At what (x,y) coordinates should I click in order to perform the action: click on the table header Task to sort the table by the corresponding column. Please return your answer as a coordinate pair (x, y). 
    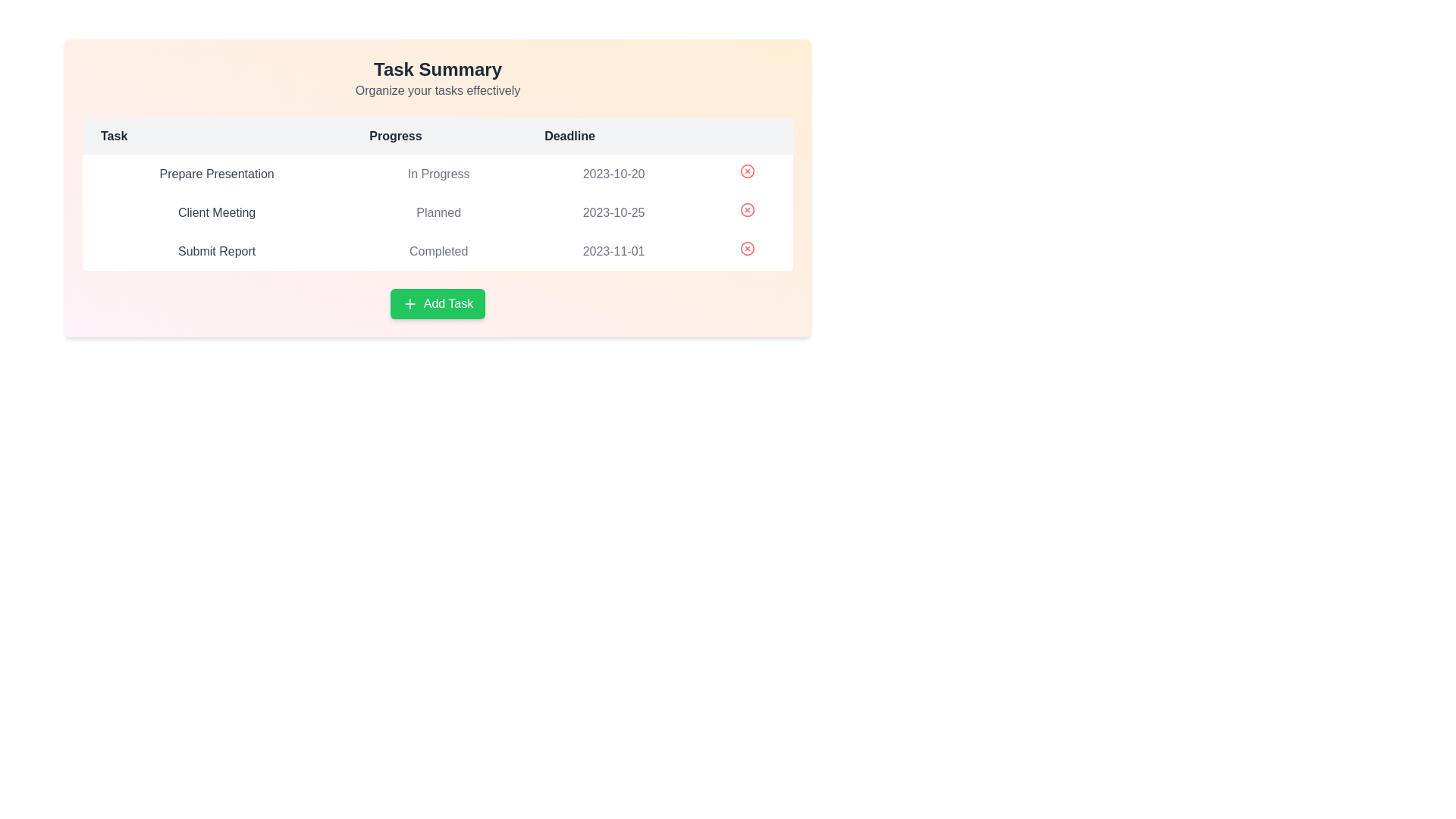
    Looking at the image, I should click on (216, 136).